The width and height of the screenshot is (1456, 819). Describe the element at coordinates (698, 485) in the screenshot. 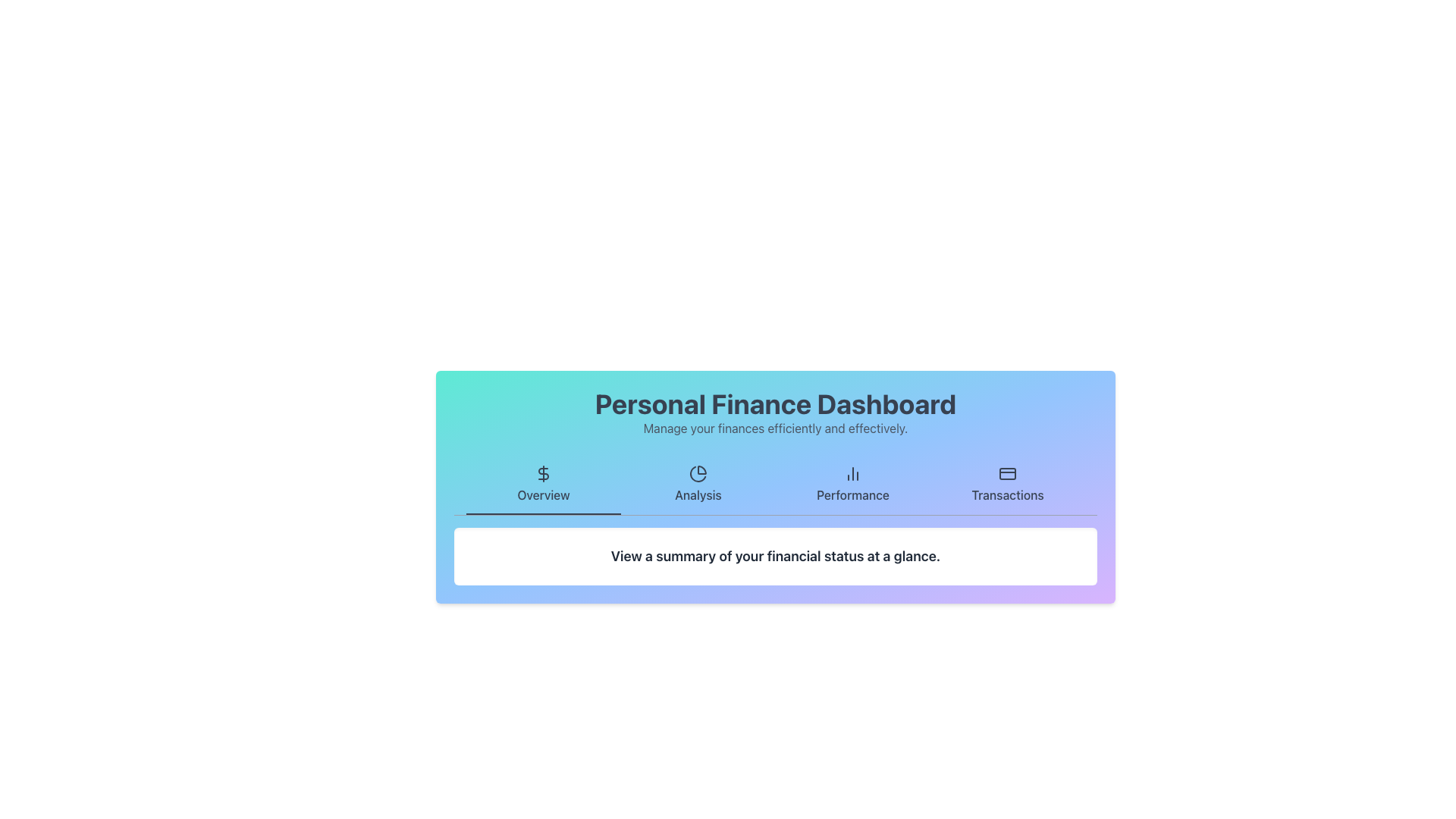

I see `the 'Analysis' navigation button in the Personal Finance Dashboard, which is the second item from the left in the navigation bar` at that location.